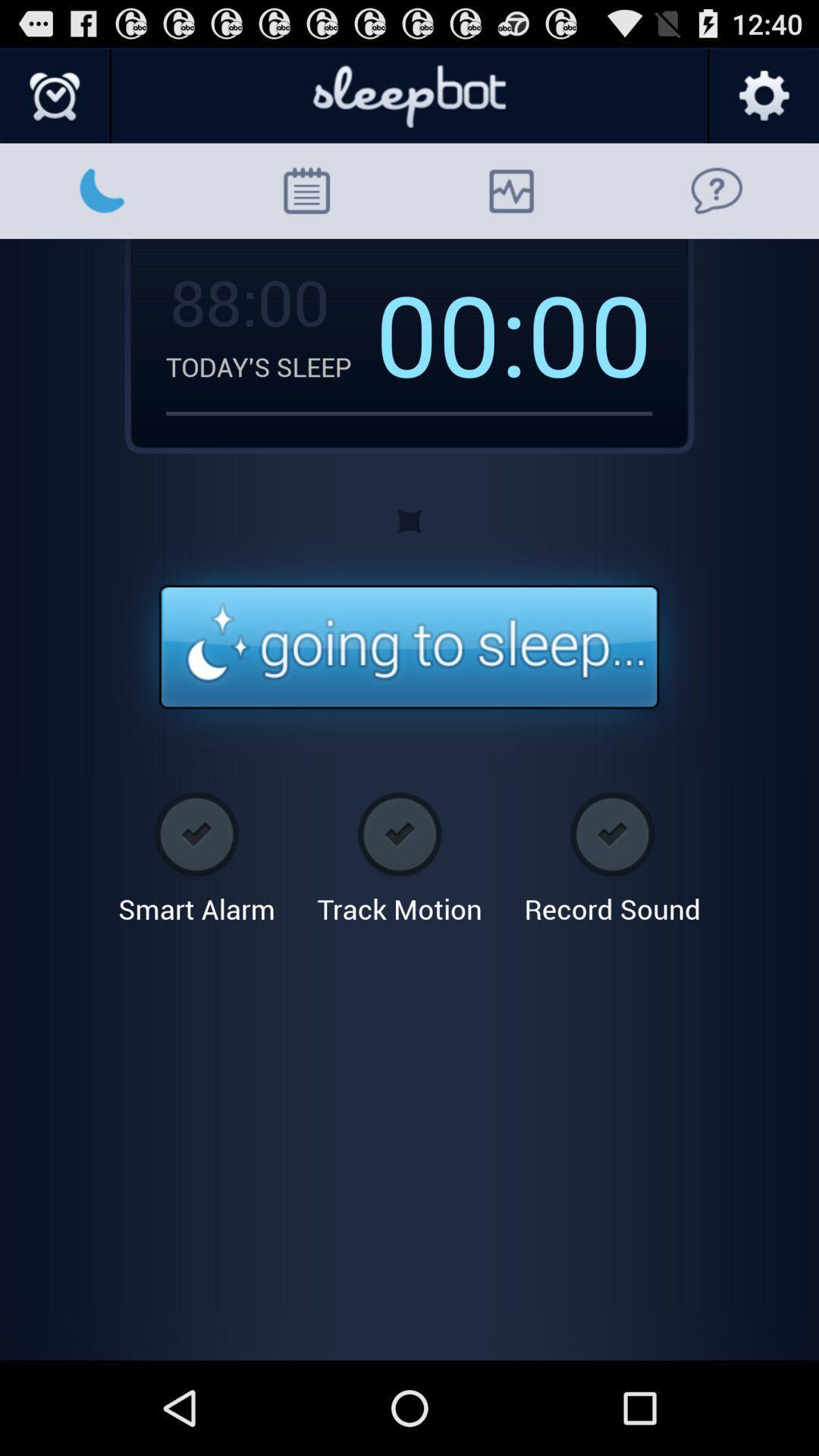 The height and width of the screenshot is (1456, 819). What do you see at coordinates (763, 96) in the screenshot?
I see `settings` at bounding box center [763, 96].